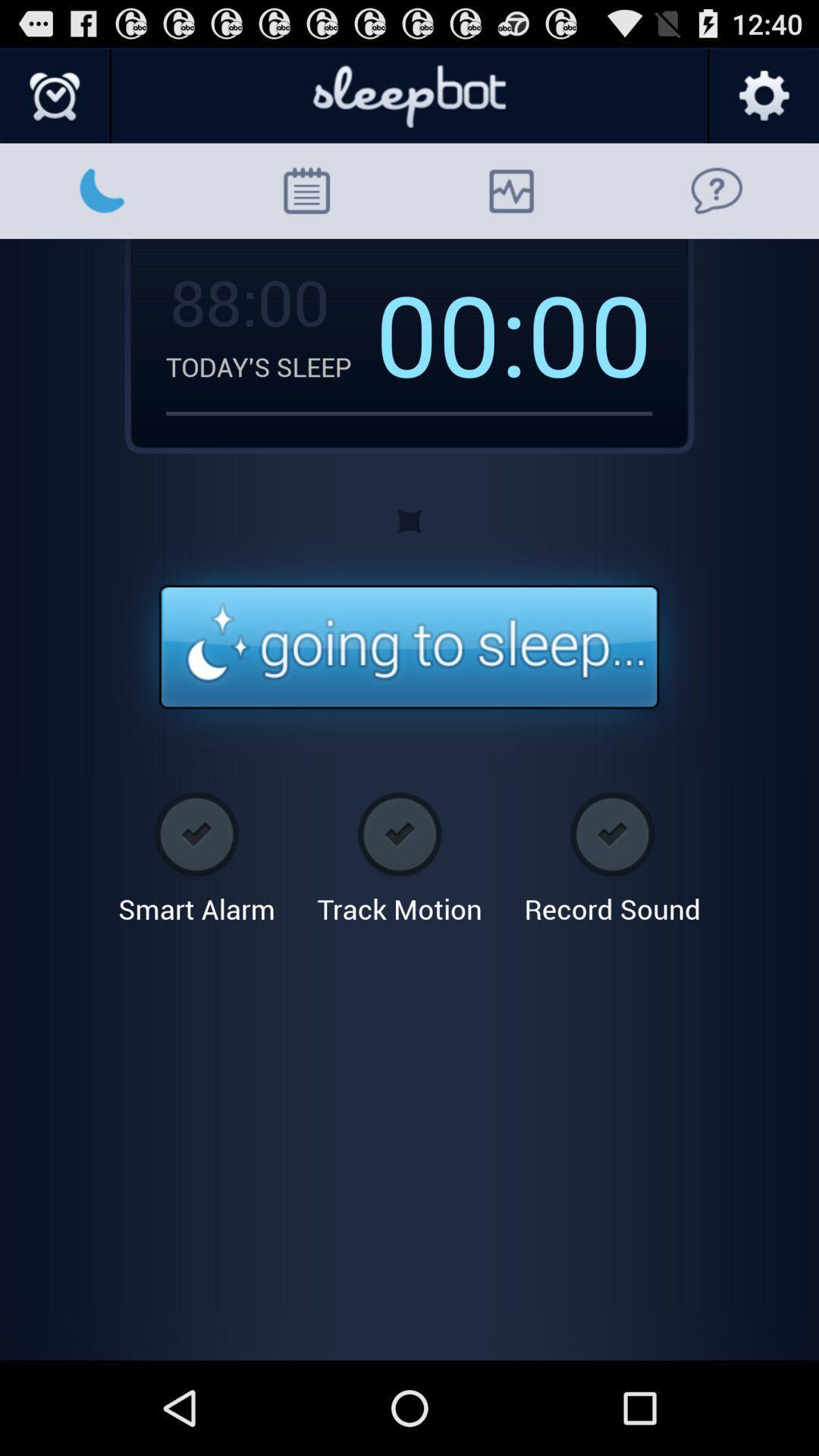 The height and width of the screenshot is (1456, 819). What do you see at coordinates (763, 96) in the screenshot?
I see `settings` at bounding box center [763, 96].